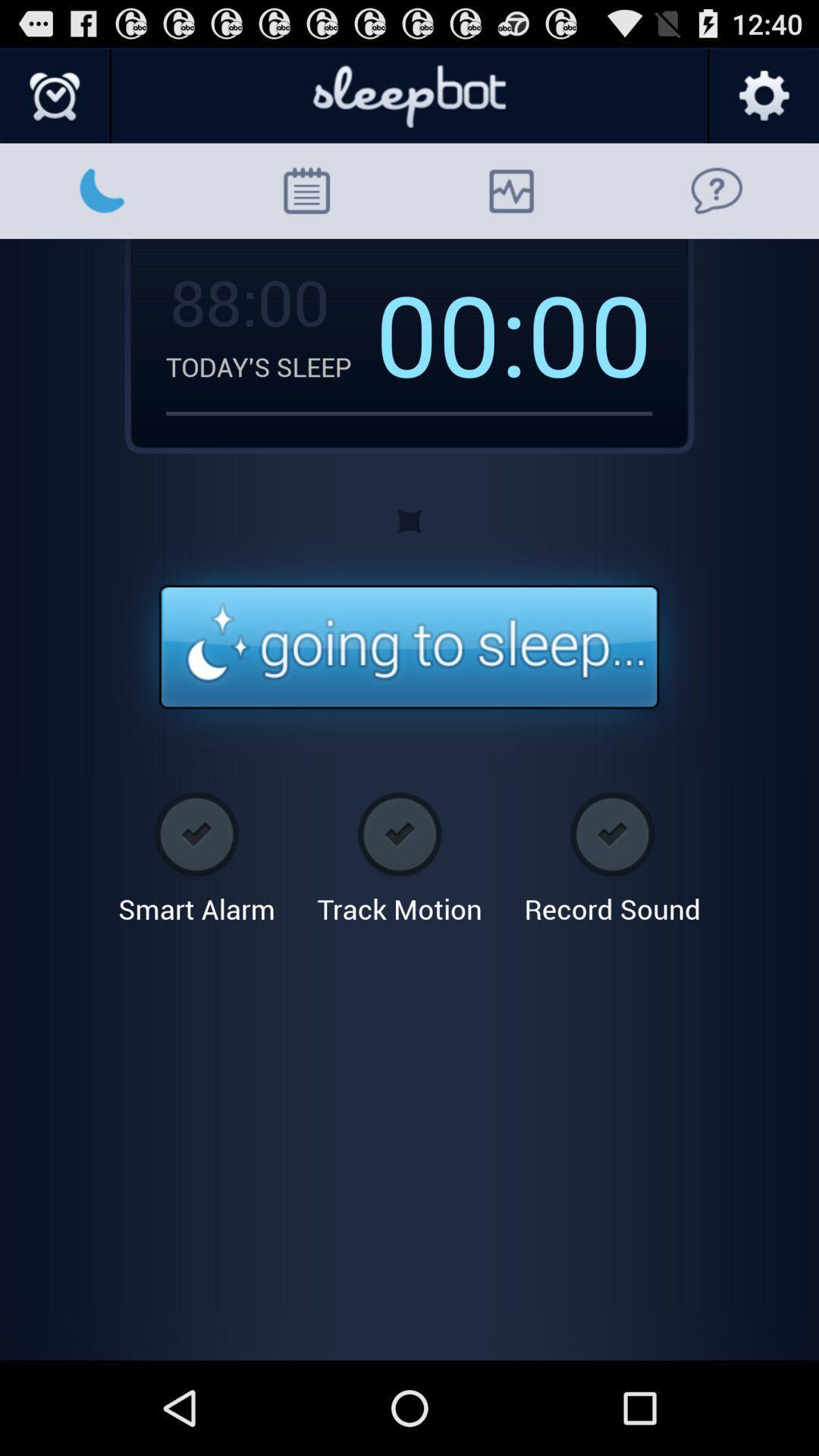 The height and width of the screenshot is (1456, 819). What do you see at coordinates (763, 96) in the screenshot?
I see `settings` at bounding box center [763, 96].